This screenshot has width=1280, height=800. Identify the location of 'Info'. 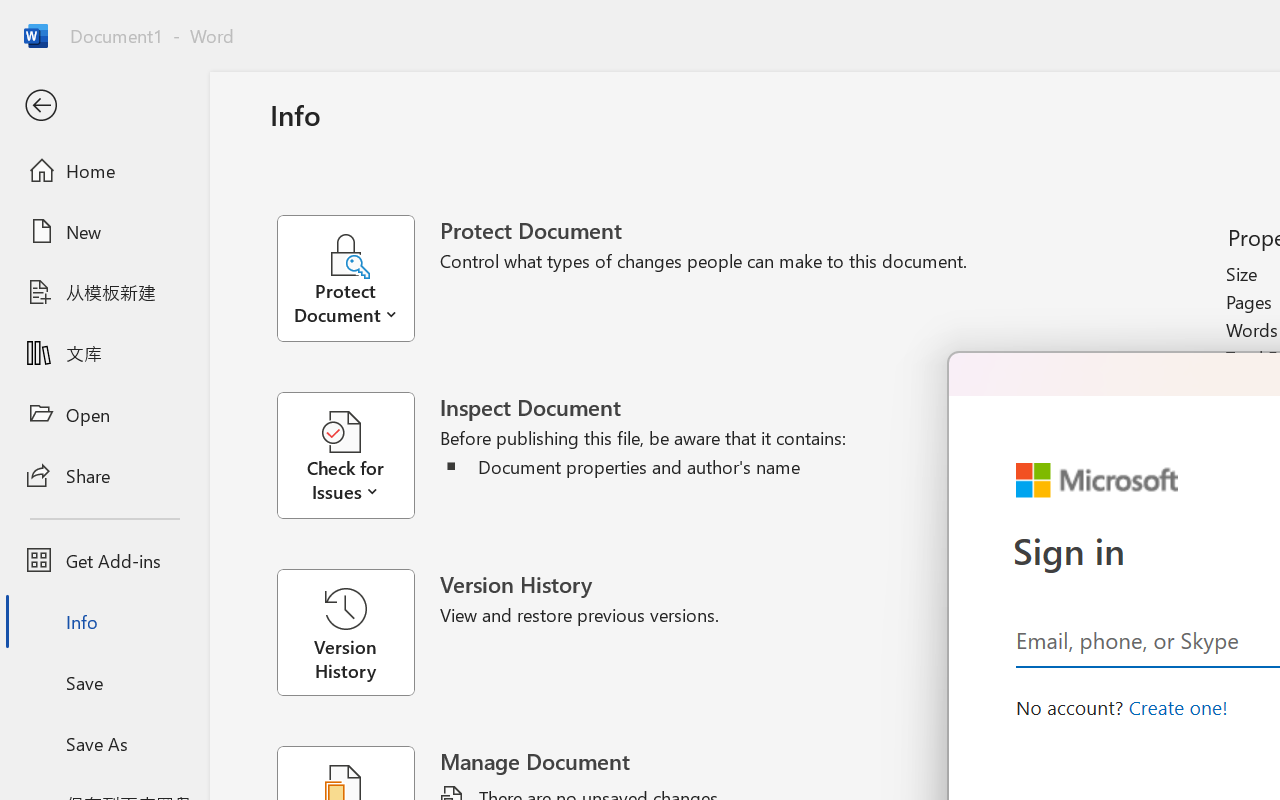
(103, 621).